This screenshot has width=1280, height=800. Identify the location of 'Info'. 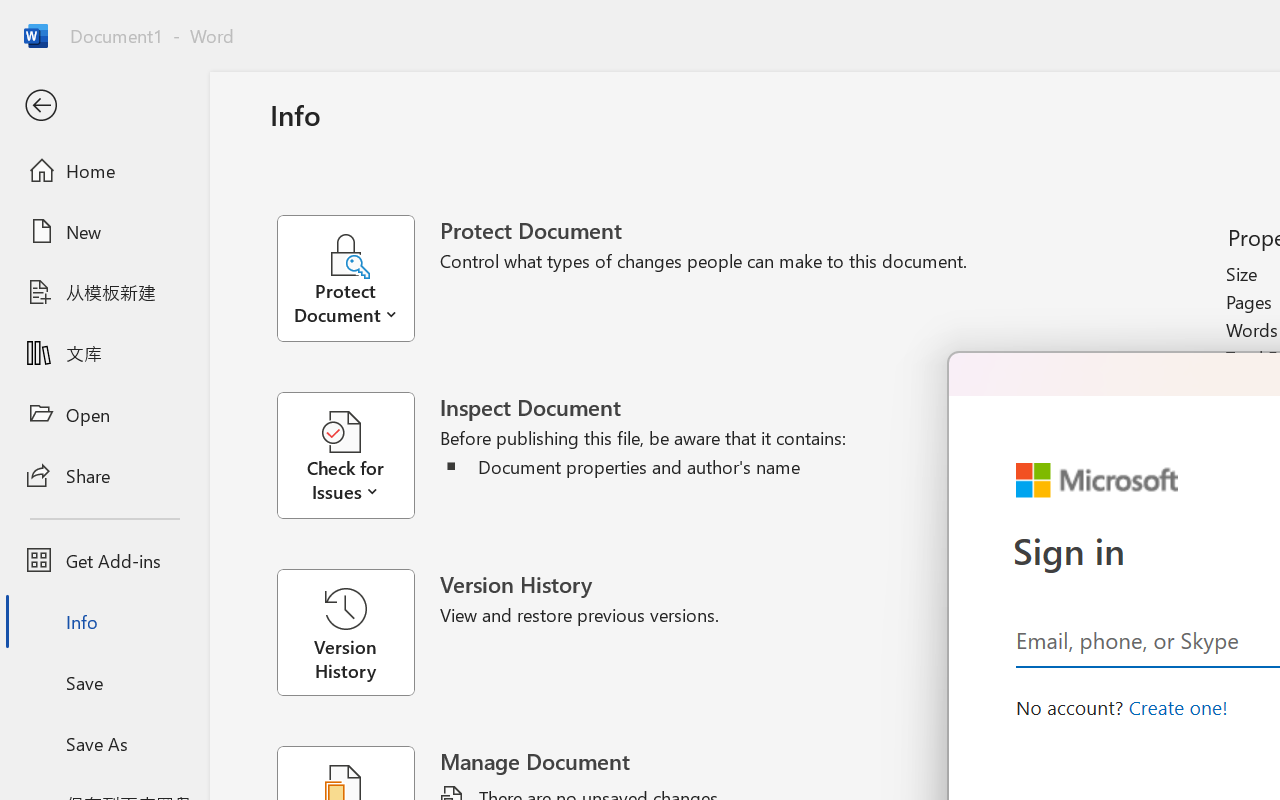
(103, 621).